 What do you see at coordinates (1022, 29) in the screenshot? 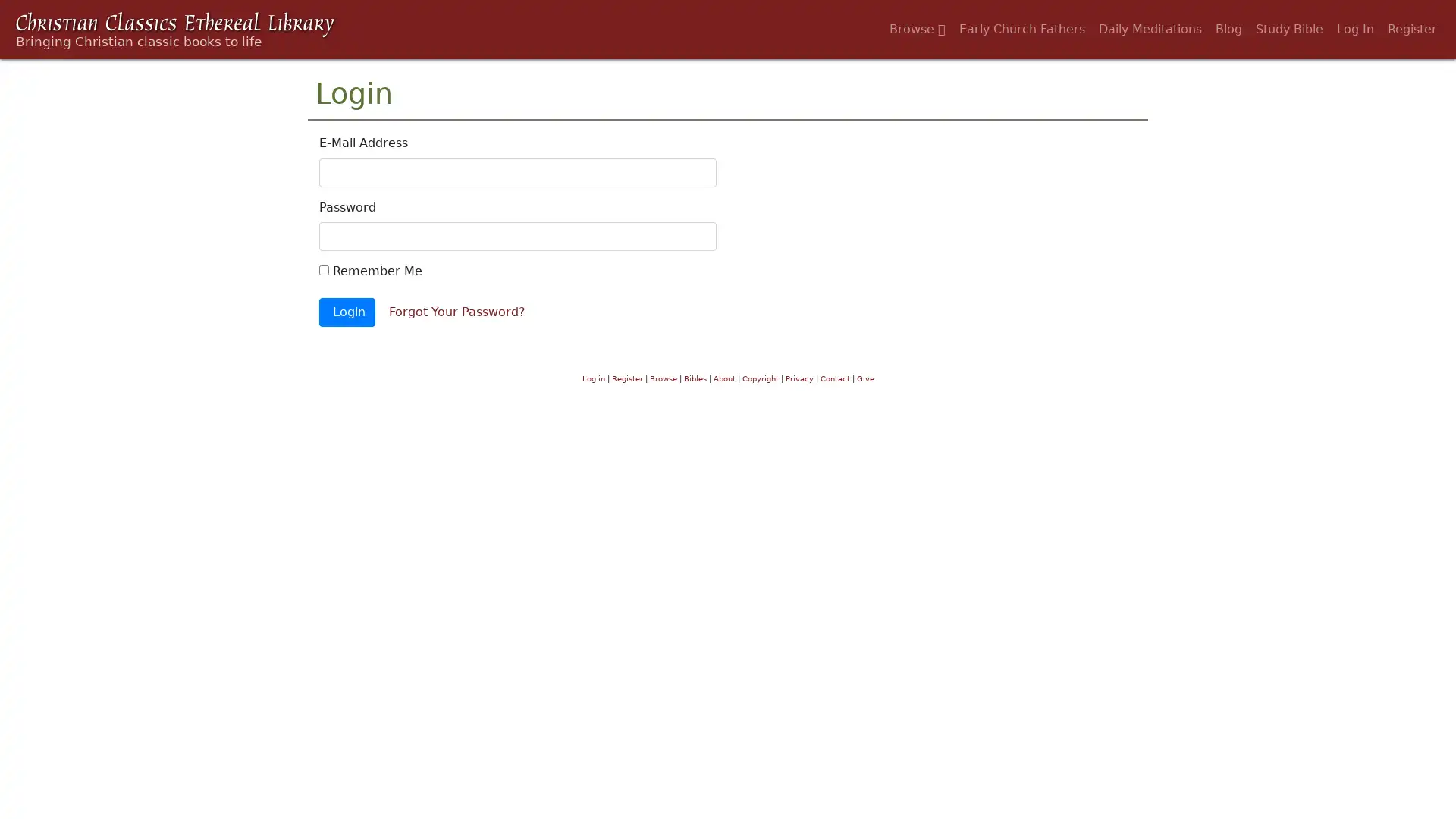
I see `Early Church Fathers` at bounding box center [1022, 29].